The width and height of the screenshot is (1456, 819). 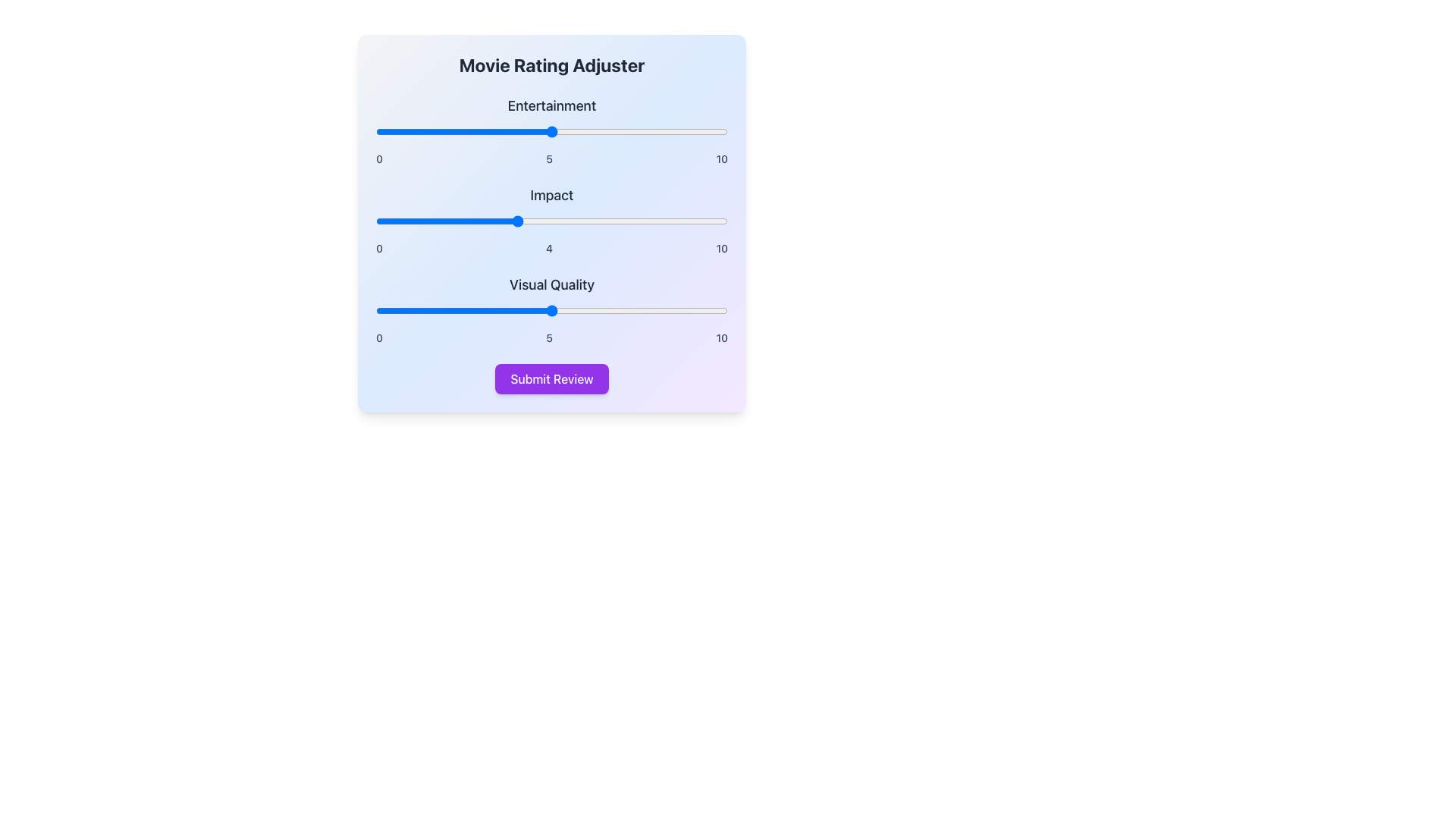 I want to click on the entertainment value, so click(x=516, y=130).